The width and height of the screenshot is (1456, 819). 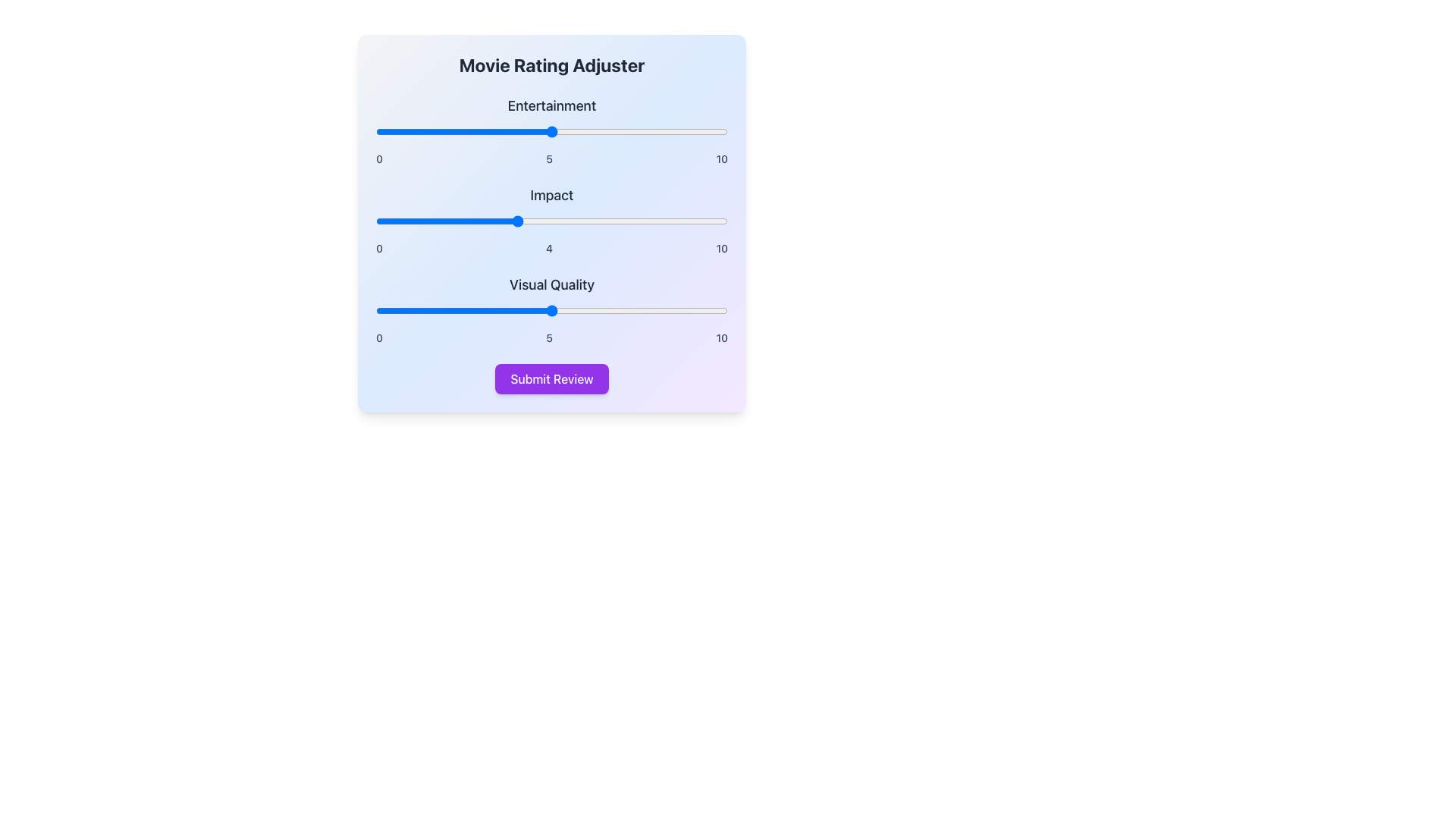 I want to click on the entertainment value, so click(x=516, y=130).